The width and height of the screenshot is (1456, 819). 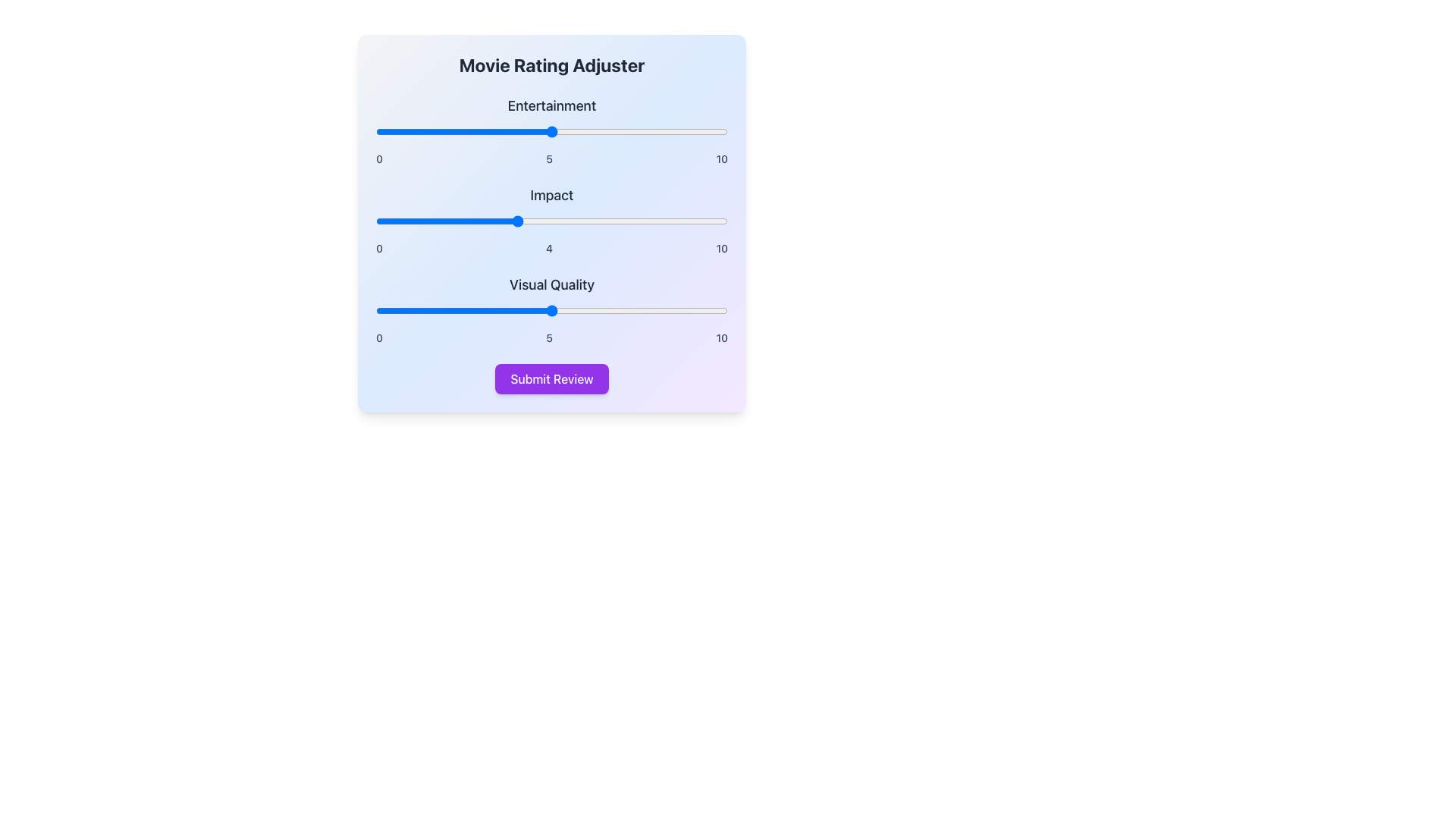 I want to click on the entertainment value, so click(x=516, y=130).